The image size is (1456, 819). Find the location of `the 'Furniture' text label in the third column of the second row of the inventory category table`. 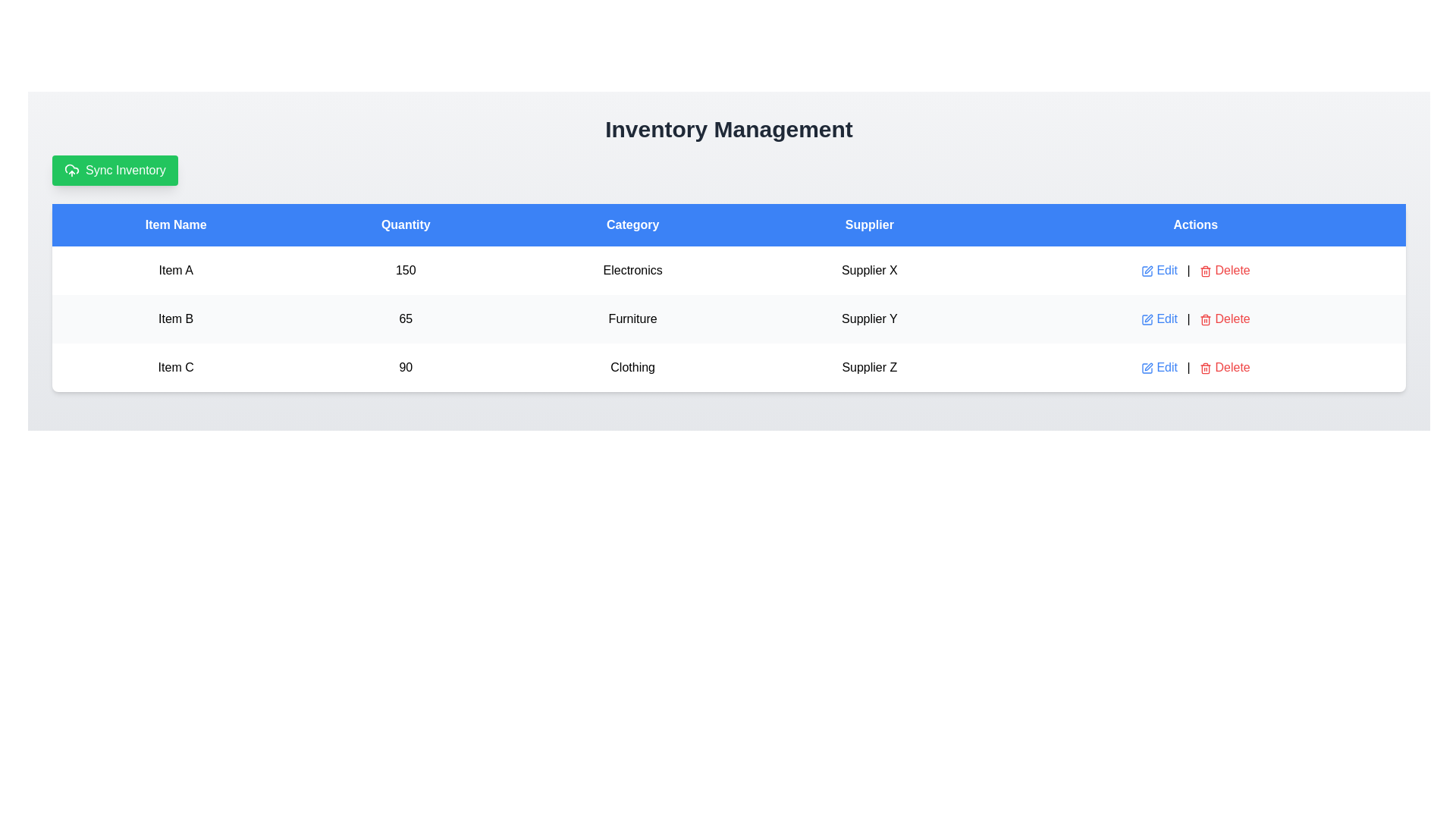

the 'Furniture' text label in the third column of the second row of the inventory category table is located at coordinates (632, 318).